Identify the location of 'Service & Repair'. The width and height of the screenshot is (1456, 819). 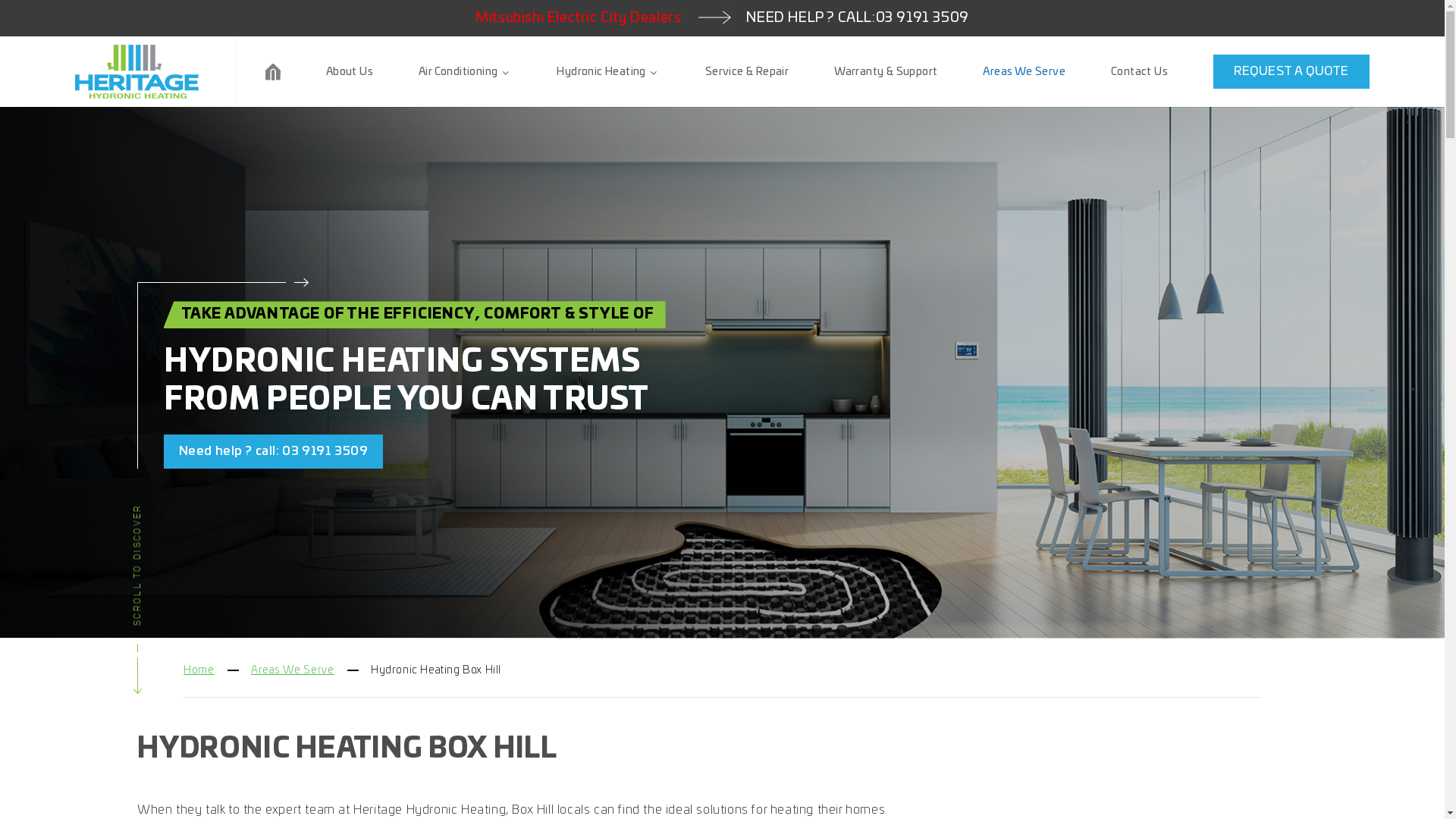
(746, 71).